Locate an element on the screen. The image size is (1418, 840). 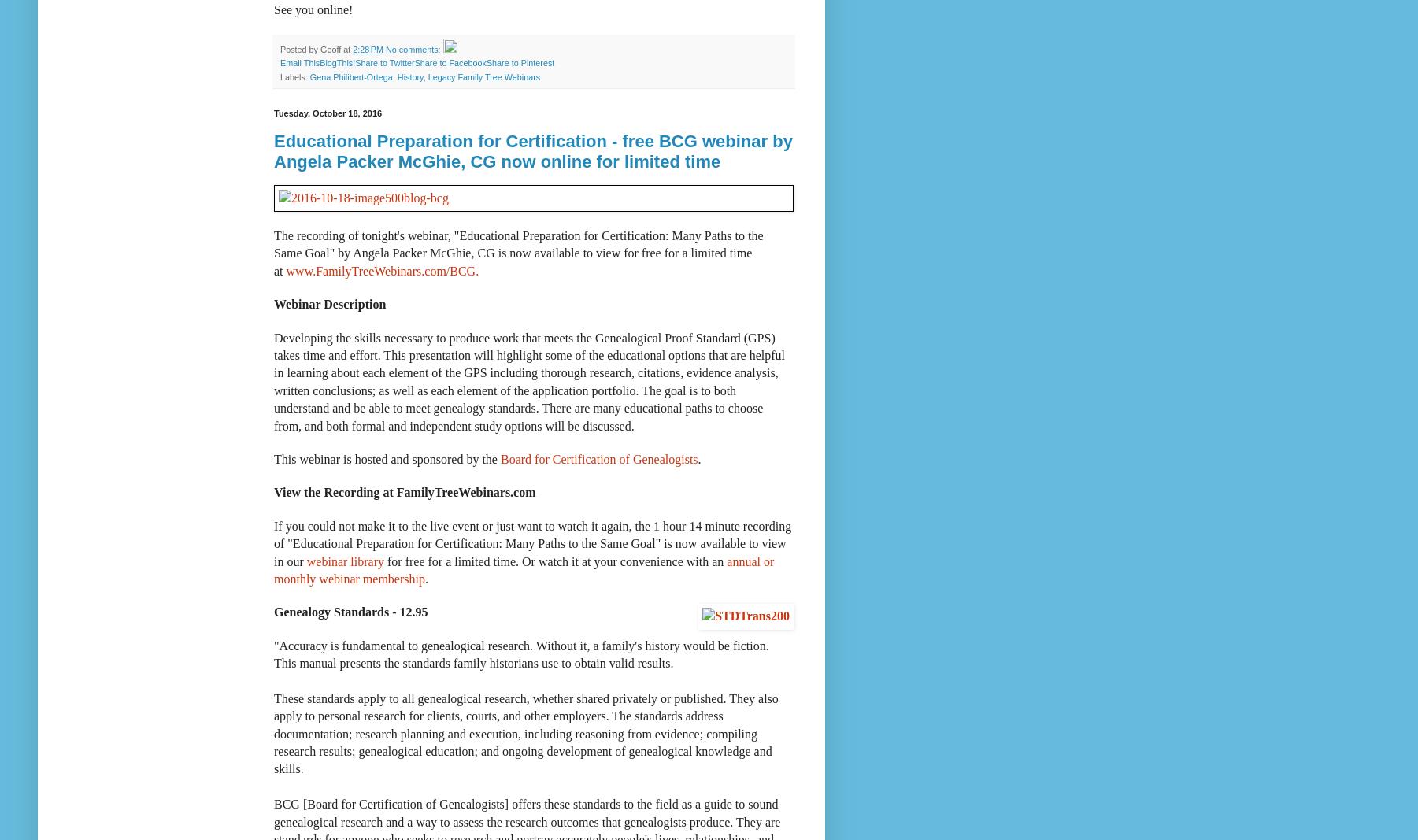
'Developing the skills necessary to produce work that meets the Genealogical Proof Standard (GPS) takes time and effort. This presentation will highlight some of the educational options that are helpful in learning about each element of the GPS including thorough research, citations, evidence analysis, written conclusions; as well as each element of the application portfolio. The goal is to both understand and be able to meet genealogy standards. There are many educational paths to choose from, and both formal and independent study options will be discussed.' is located at coordinates (528, 380).